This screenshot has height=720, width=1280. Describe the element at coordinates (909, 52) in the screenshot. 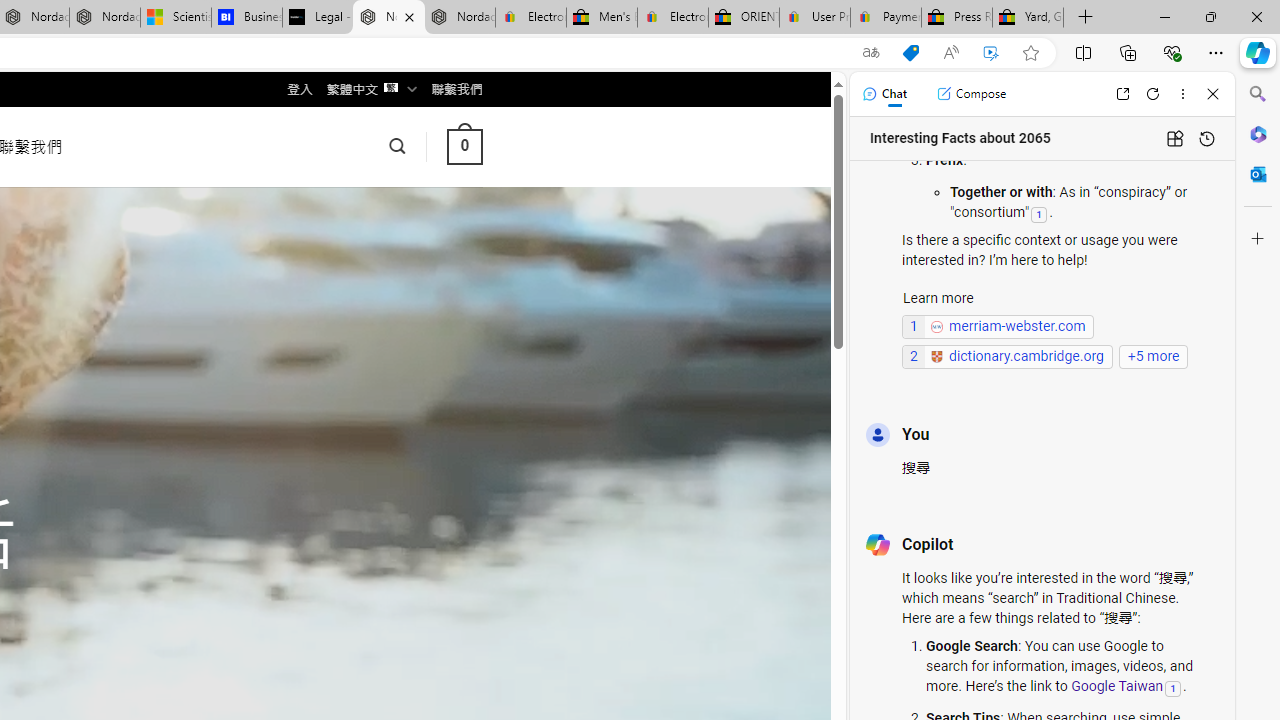

I see `'This site has coupons! Shopping in Microsoft Edge'` at that location.